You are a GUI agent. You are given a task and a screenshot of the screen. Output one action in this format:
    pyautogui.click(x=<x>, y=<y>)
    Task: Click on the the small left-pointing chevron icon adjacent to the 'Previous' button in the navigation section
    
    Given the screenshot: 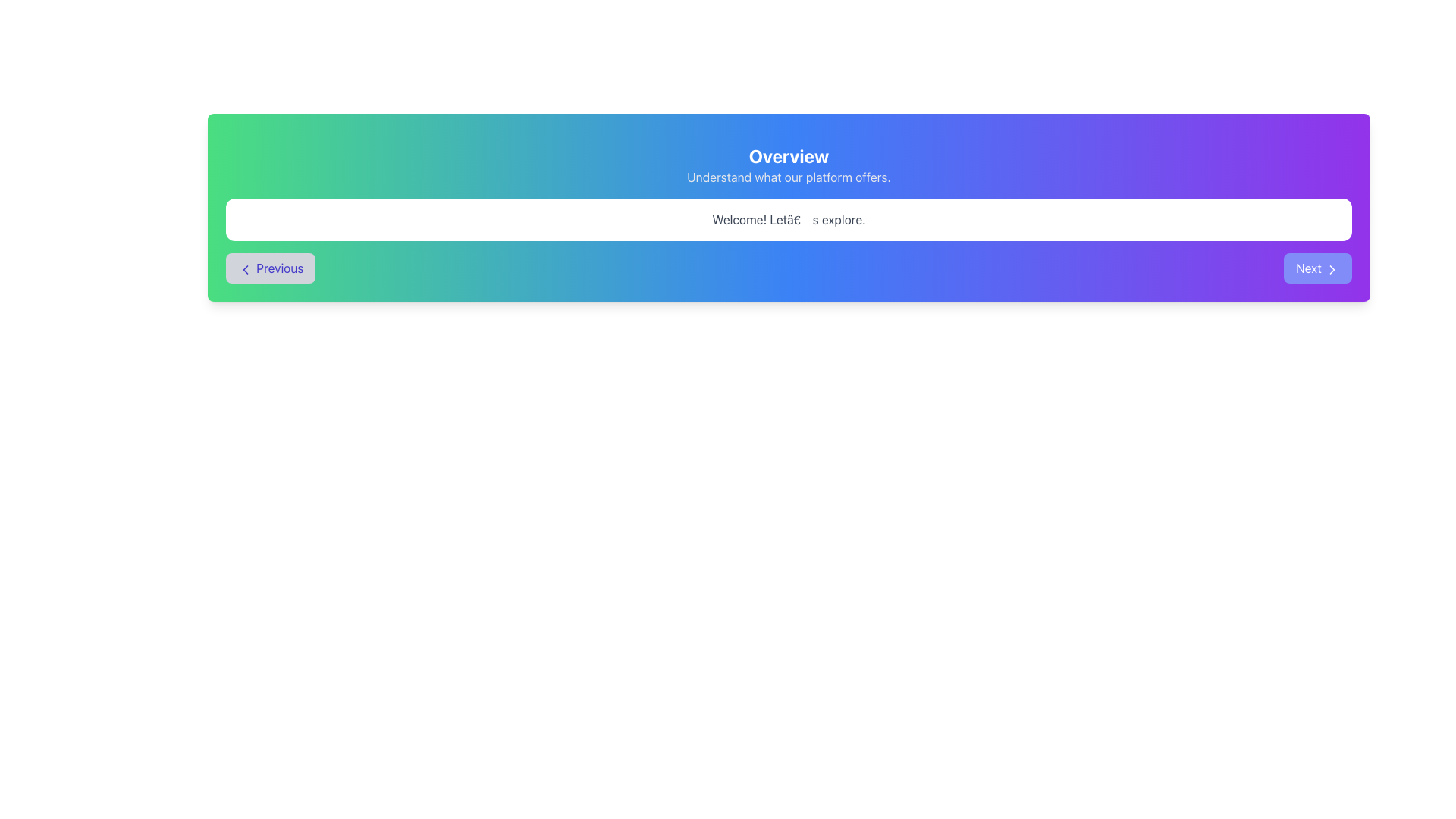 What is the action you would take?
    pyautogui.click(x=246, y=268)
    